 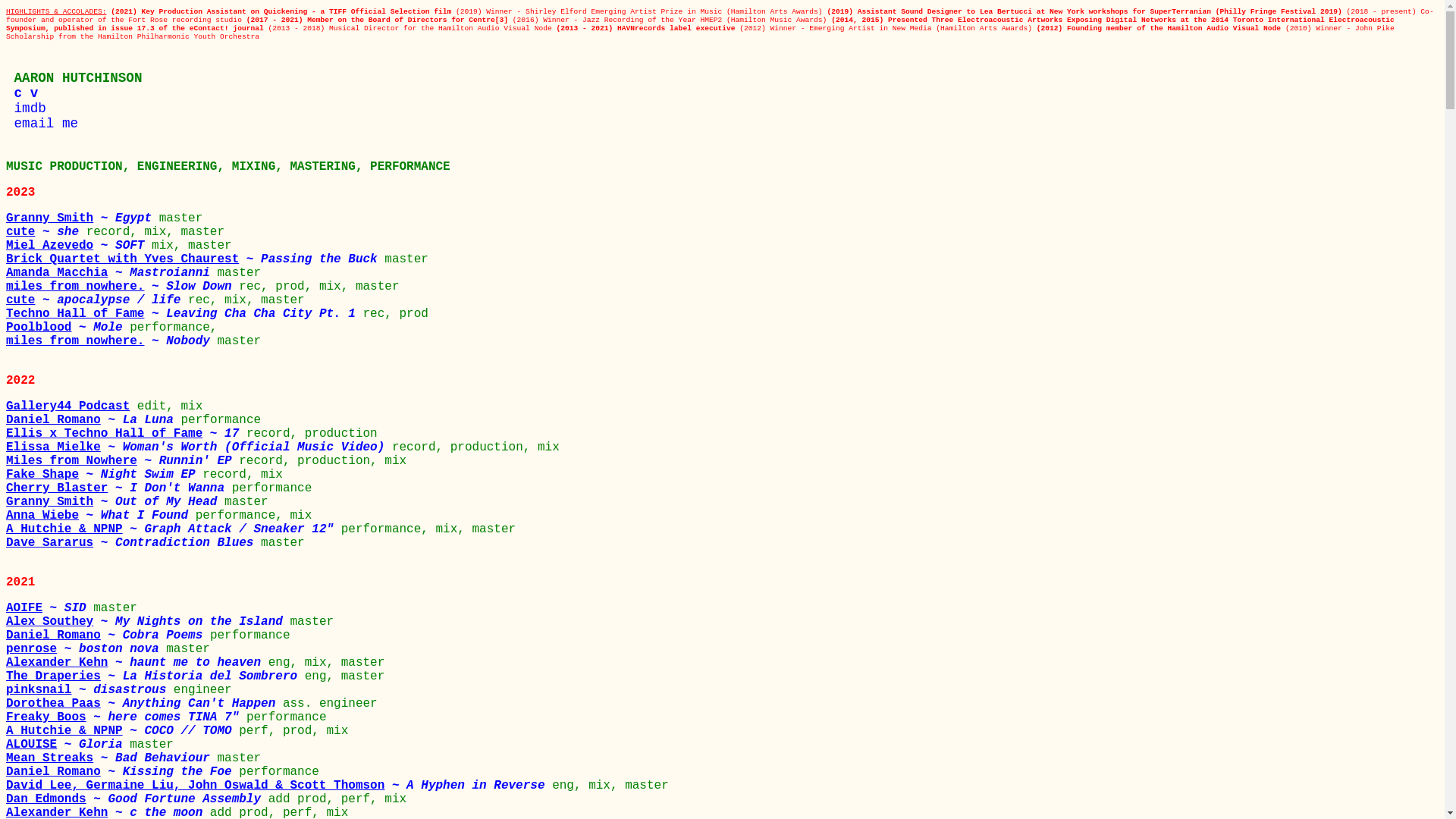 I want to click on 'Amanda Macchia ~ Mastroianni', so click(x=111, y=271).